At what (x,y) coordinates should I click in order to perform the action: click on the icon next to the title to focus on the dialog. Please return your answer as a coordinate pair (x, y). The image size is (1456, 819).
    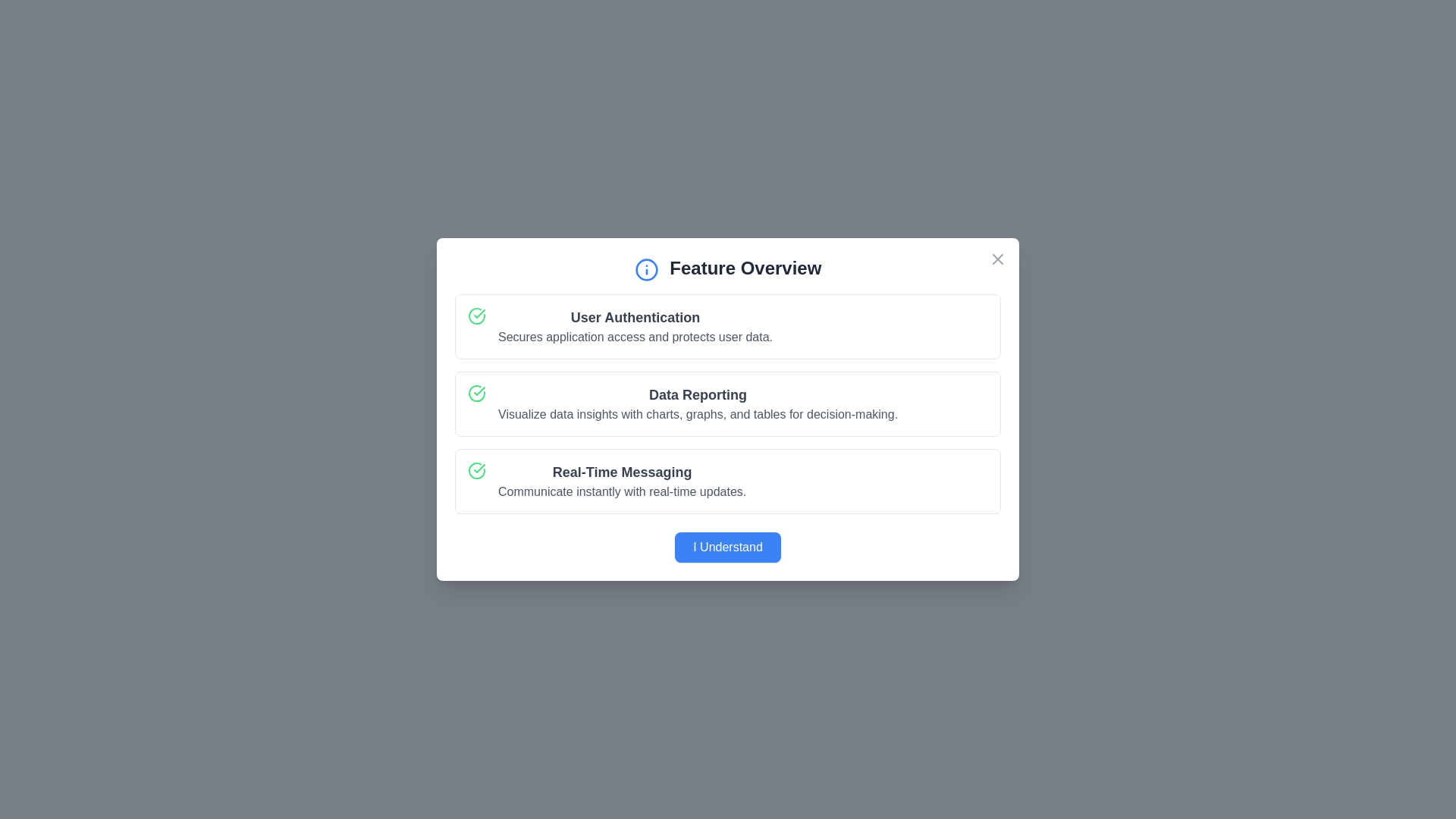
    Looking at the image, I should click on (646, 268).